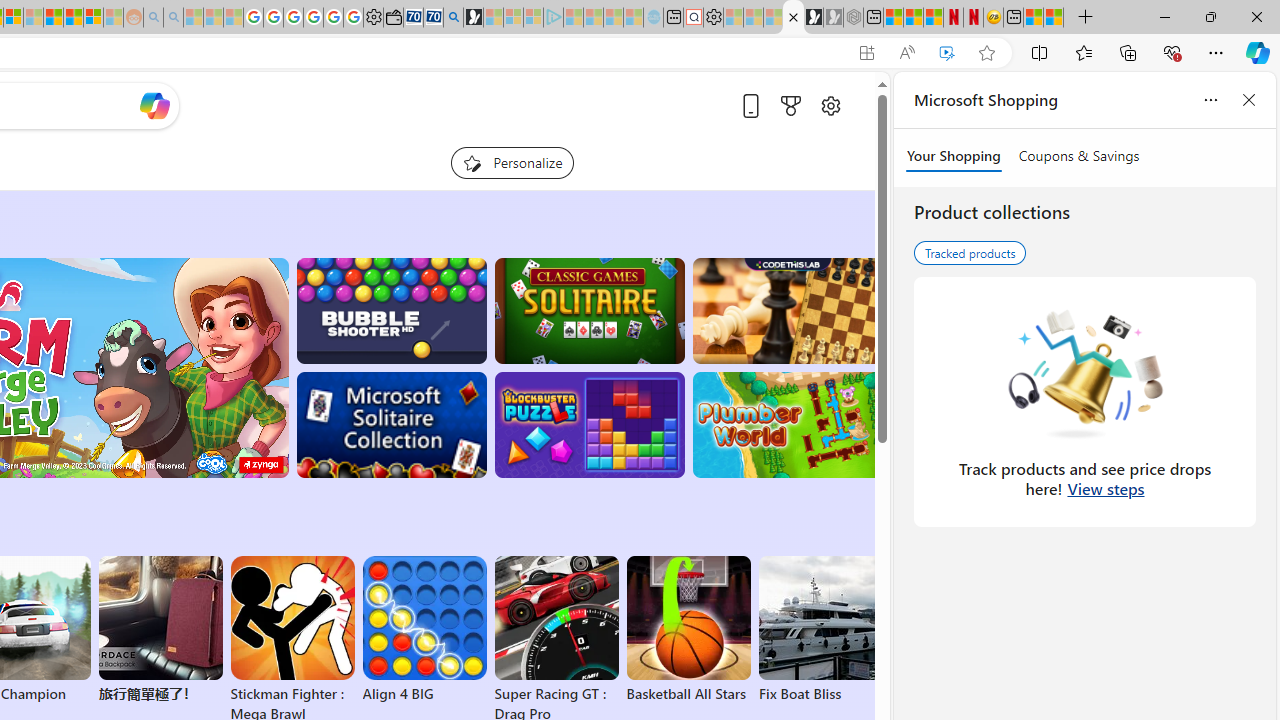 This screenshot has height=720, width=1280. I want to click on 'Fix Boat Bliss', so click(820, 693).